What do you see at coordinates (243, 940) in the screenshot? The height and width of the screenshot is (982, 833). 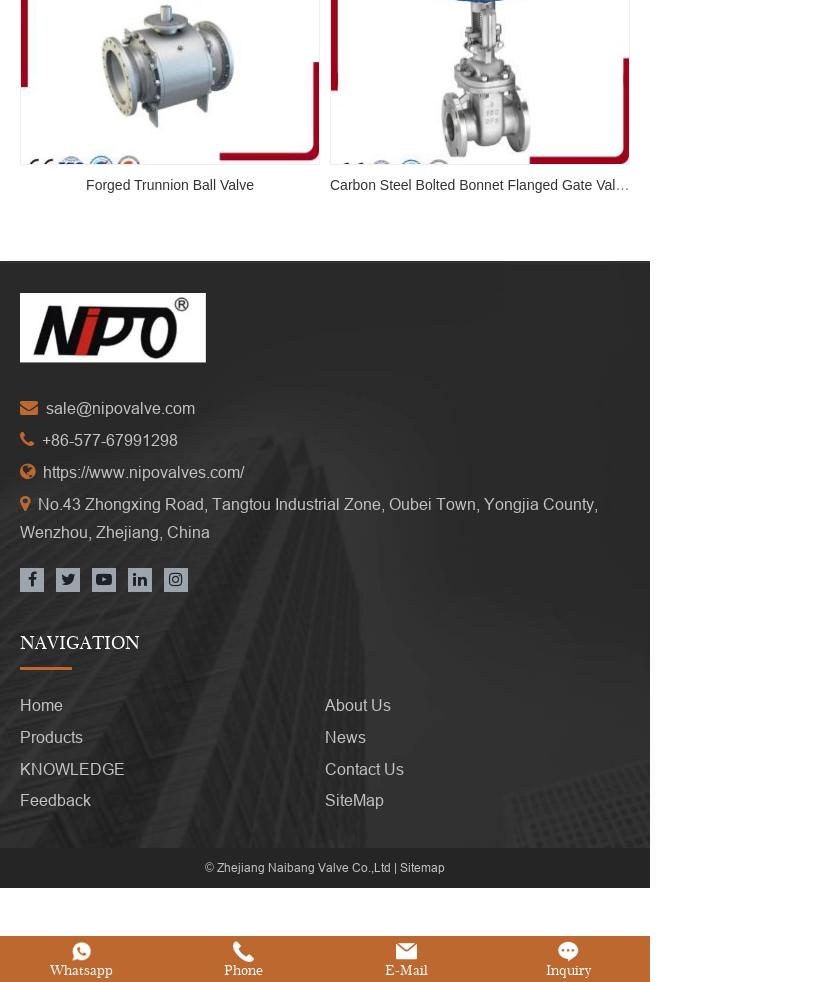 I see `'phone'` at bounding box center [243, 940].